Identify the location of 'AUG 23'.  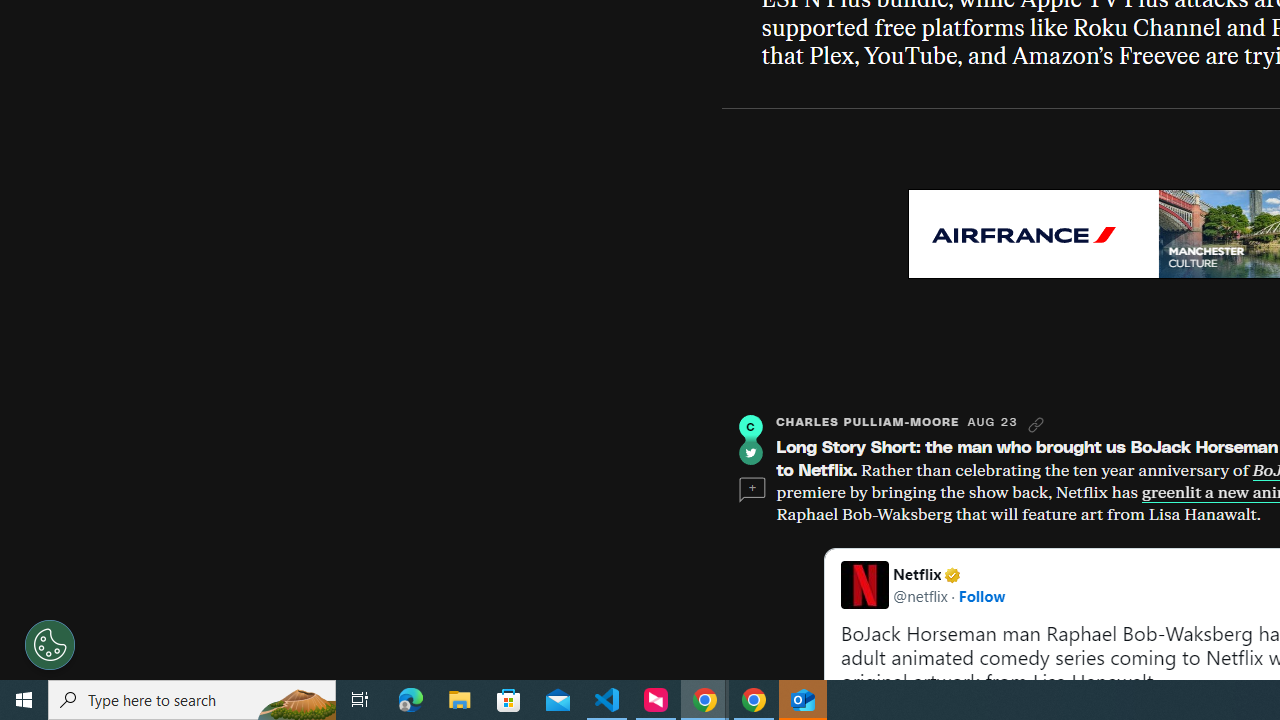
(992, 421).